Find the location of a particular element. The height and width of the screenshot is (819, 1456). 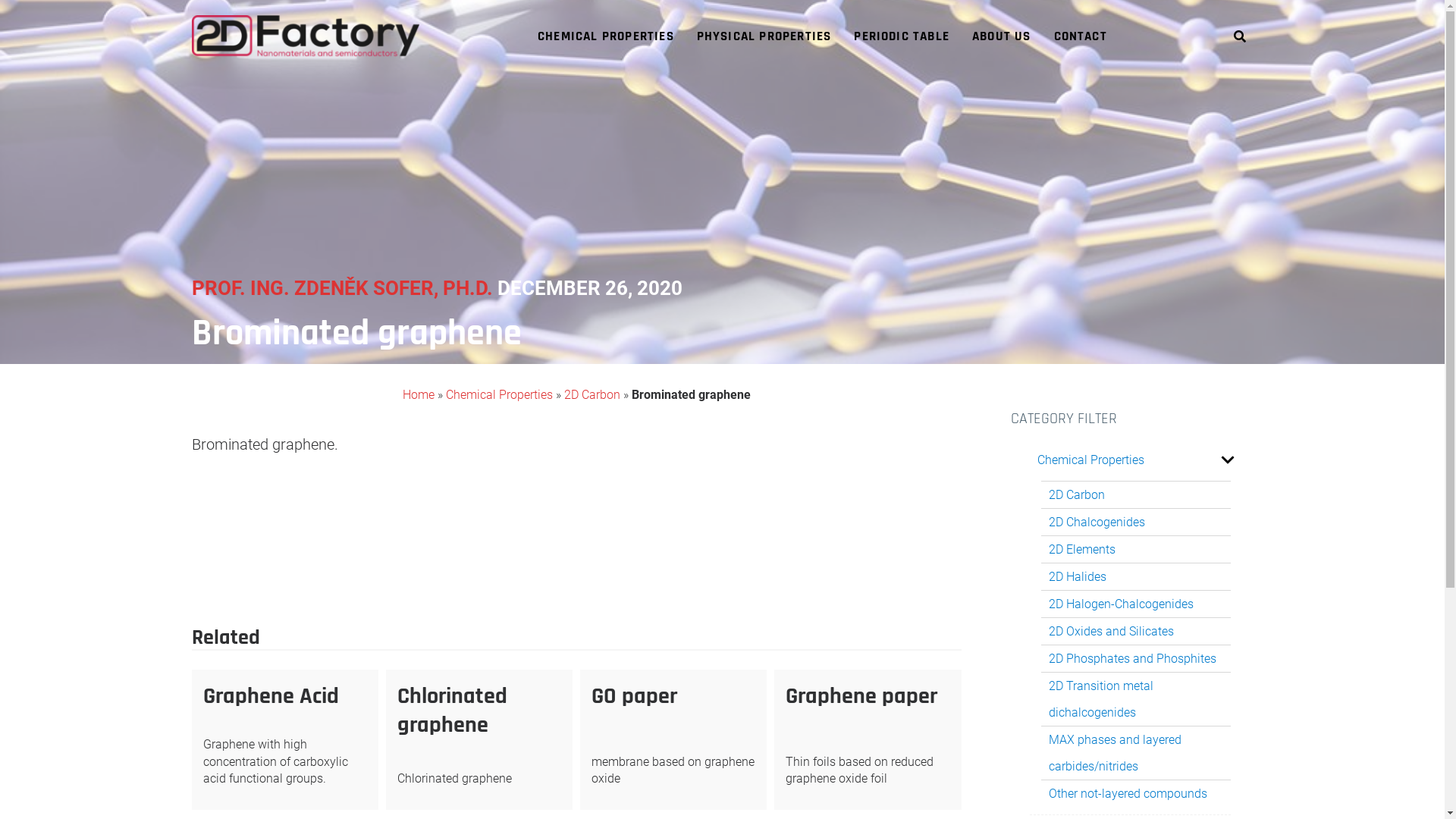

'Home' is located at coordinates (401, 394).